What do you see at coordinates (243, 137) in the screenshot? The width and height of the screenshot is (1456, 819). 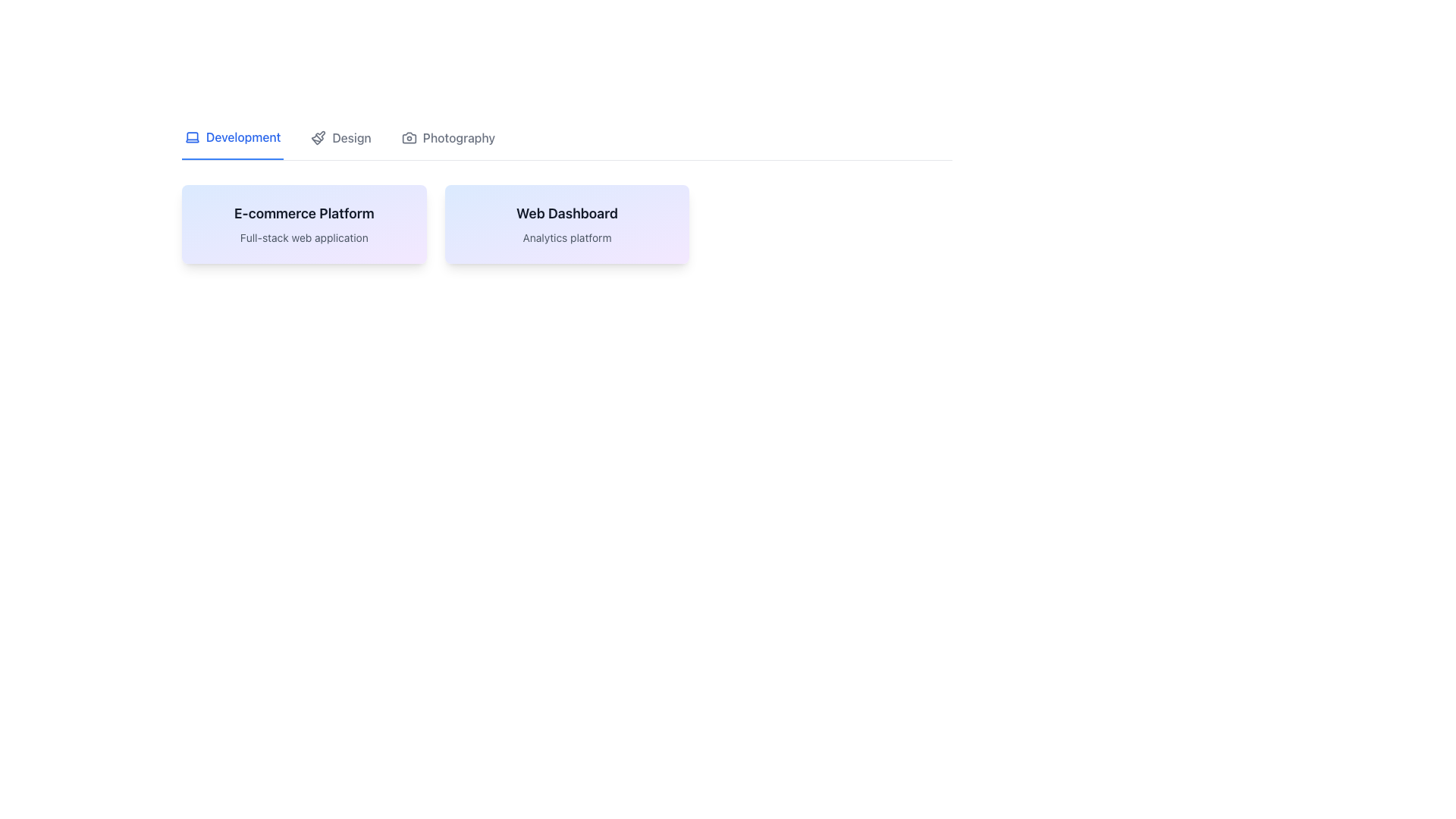 I see `the 'Development' Text Label located in the horizontal navigation bar` at bounding box center [243, 137].